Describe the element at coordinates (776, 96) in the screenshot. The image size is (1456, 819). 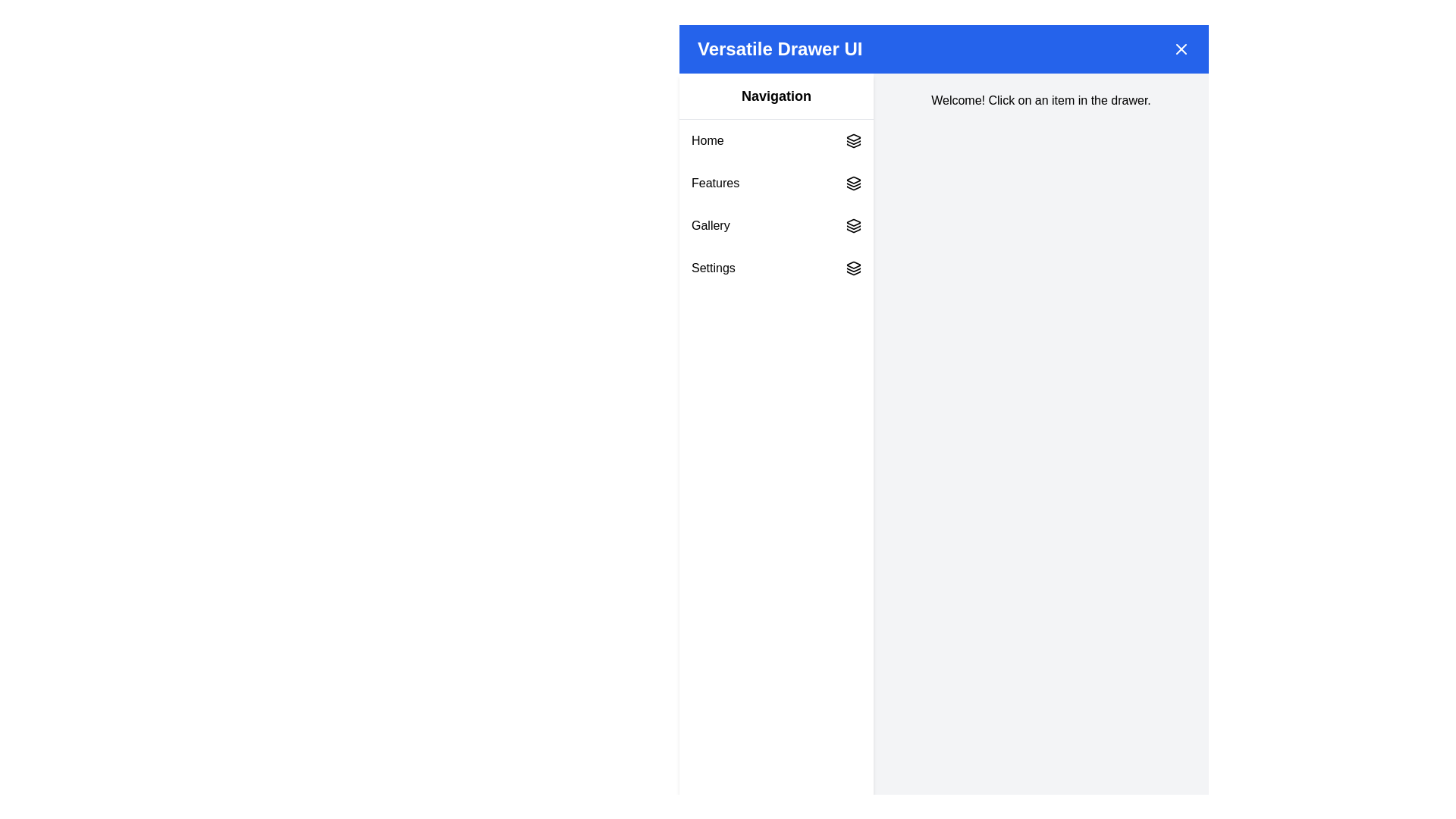
I see `the static text header that labels the navigation menu, located at the top of the left-side vertical drawer menu` at that location.